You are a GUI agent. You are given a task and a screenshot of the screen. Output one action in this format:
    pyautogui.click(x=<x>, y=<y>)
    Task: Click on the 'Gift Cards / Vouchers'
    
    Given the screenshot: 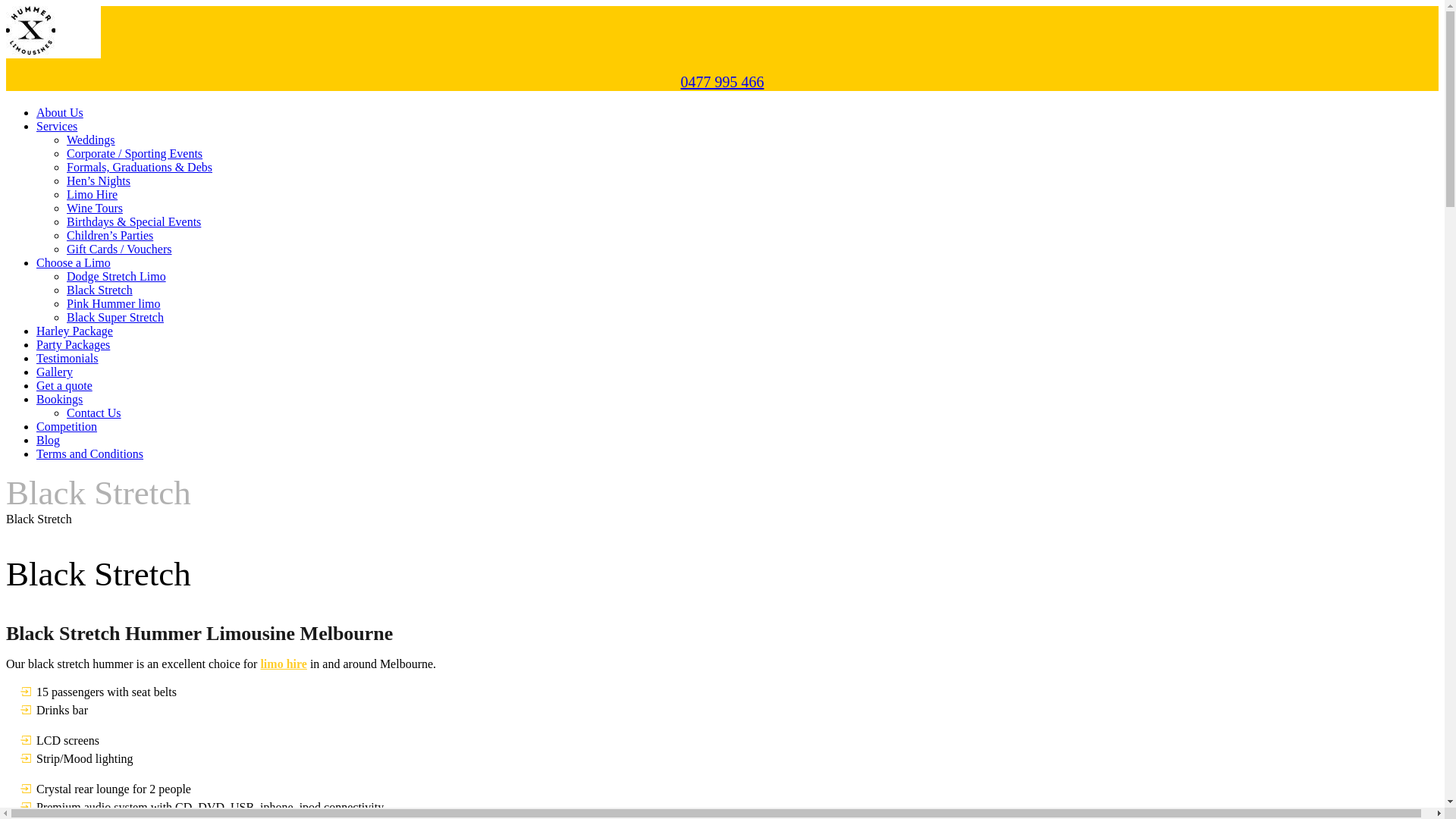 What is the action you would take?
    pyautogui.click(x=118, y=248)
    